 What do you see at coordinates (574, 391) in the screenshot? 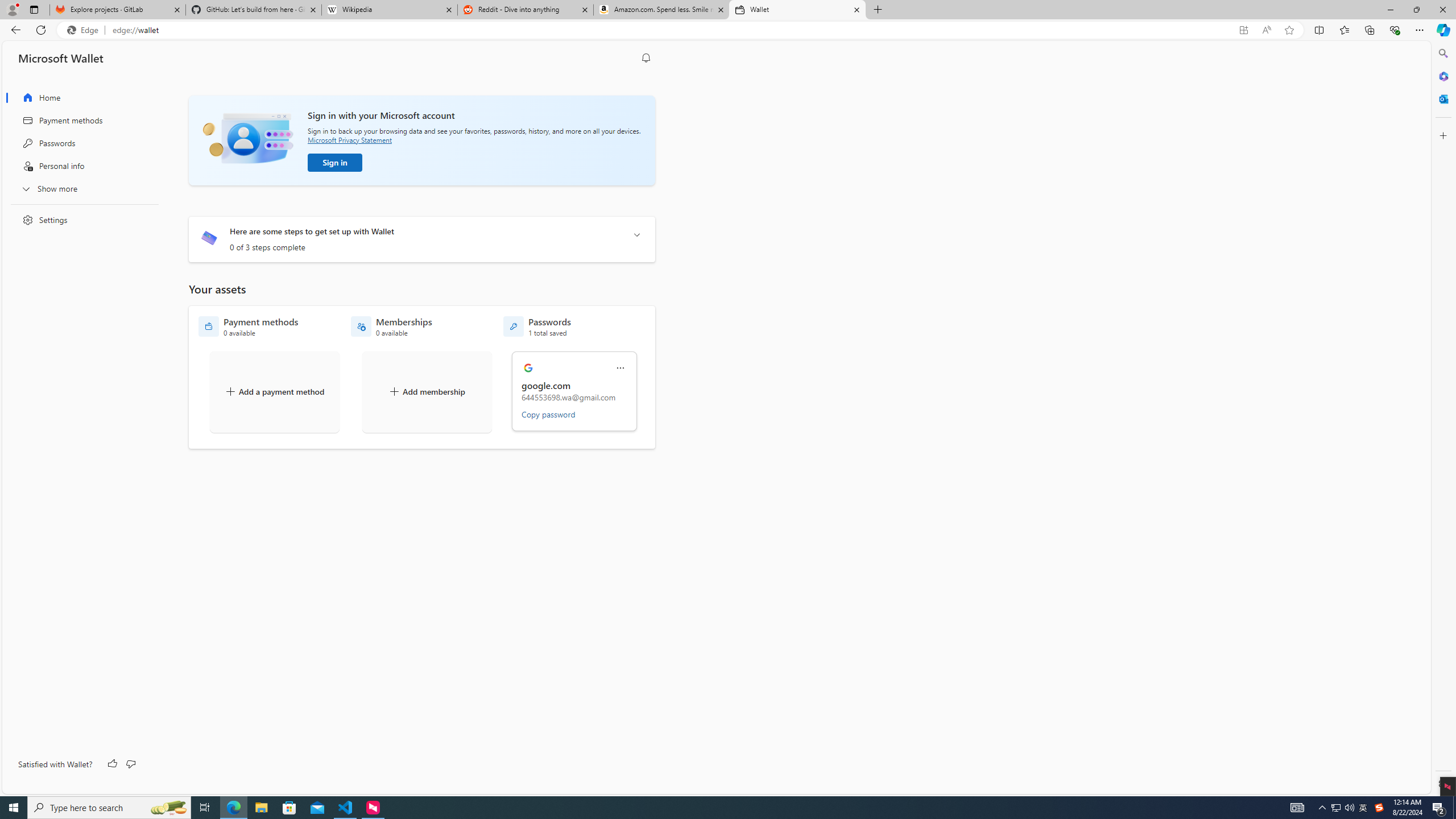
I see `'More actions google.com 644553698.wa@gmail.com Copy password'` at bounding box center [574, 391].